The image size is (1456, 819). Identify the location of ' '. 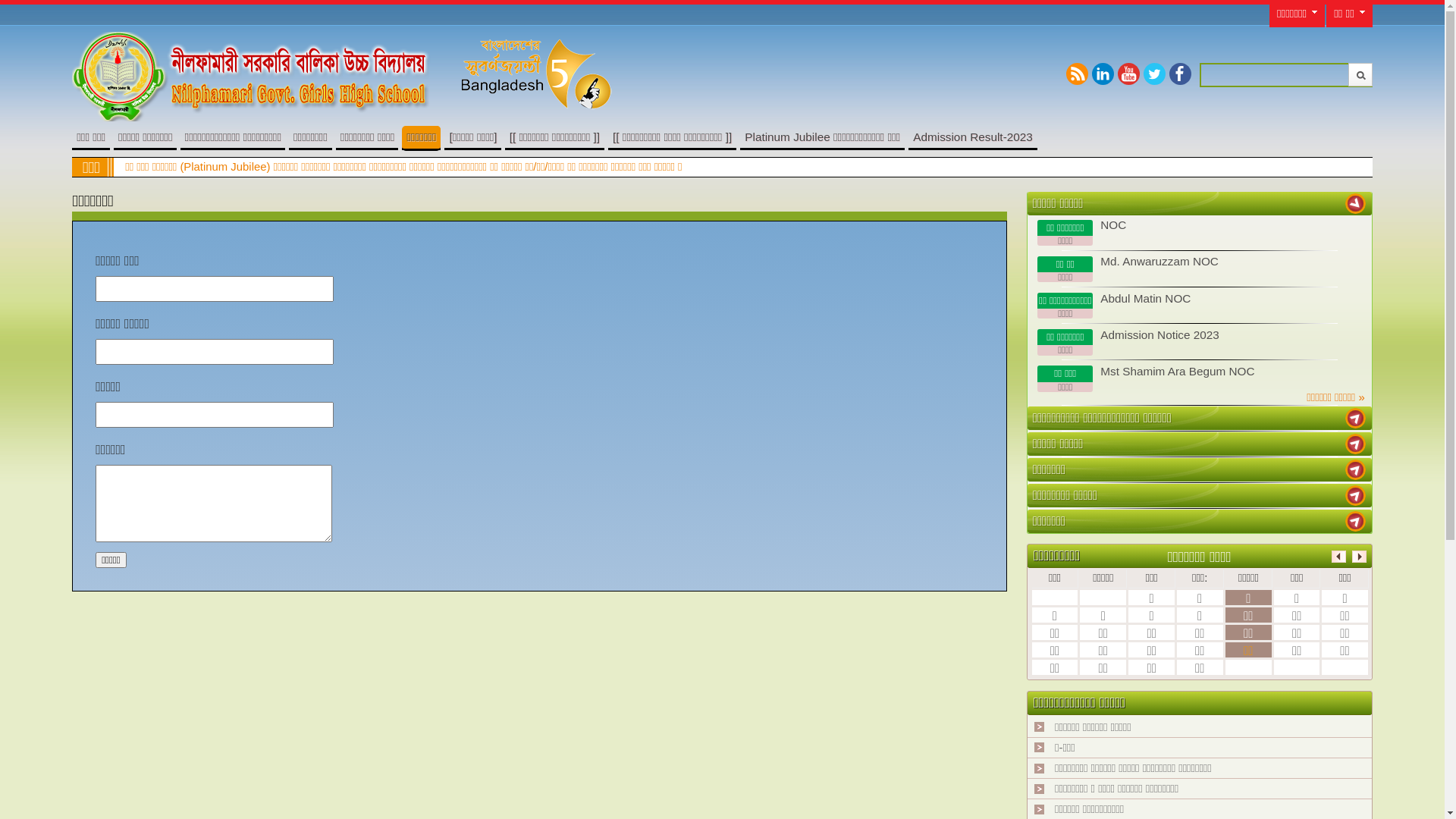
(1355, 418).